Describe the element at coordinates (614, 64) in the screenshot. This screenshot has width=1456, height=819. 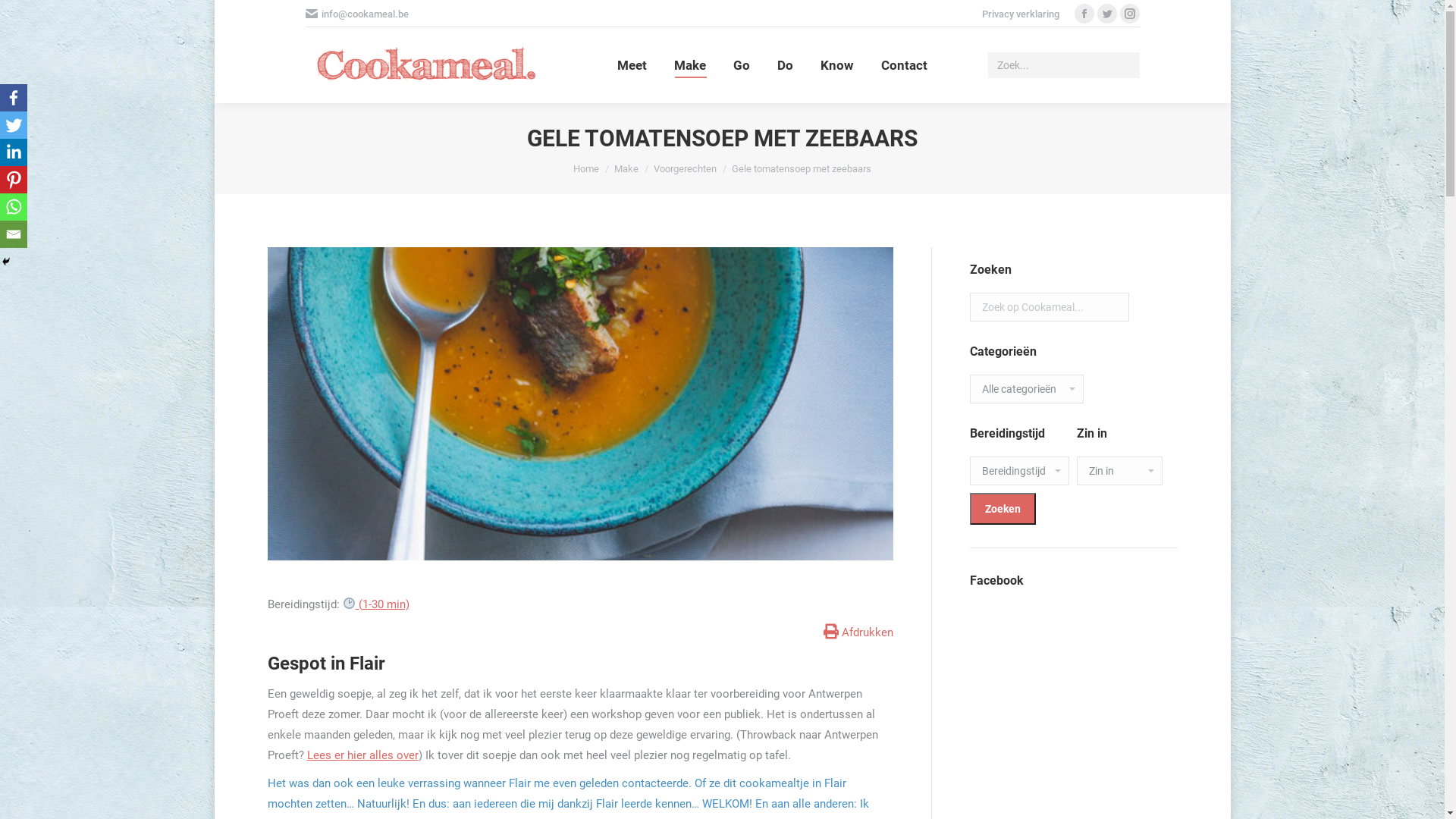
I see `'Meet'` at that location.